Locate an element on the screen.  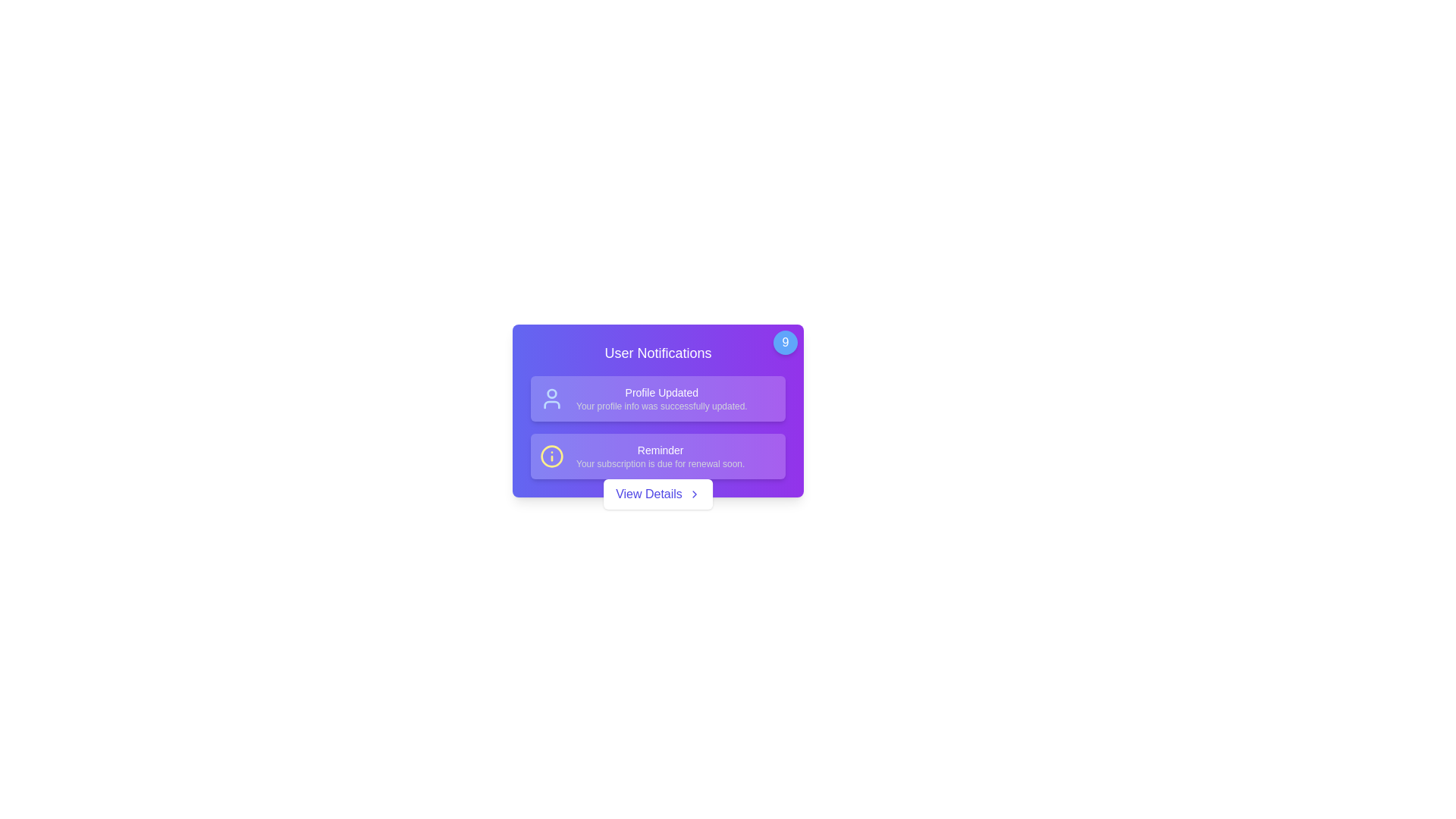
information contained in the second notification item of the Notification Panel, which is located below the 'Profile Updated' notification and above the 'View Details' button is located at coordinates (658, 455).